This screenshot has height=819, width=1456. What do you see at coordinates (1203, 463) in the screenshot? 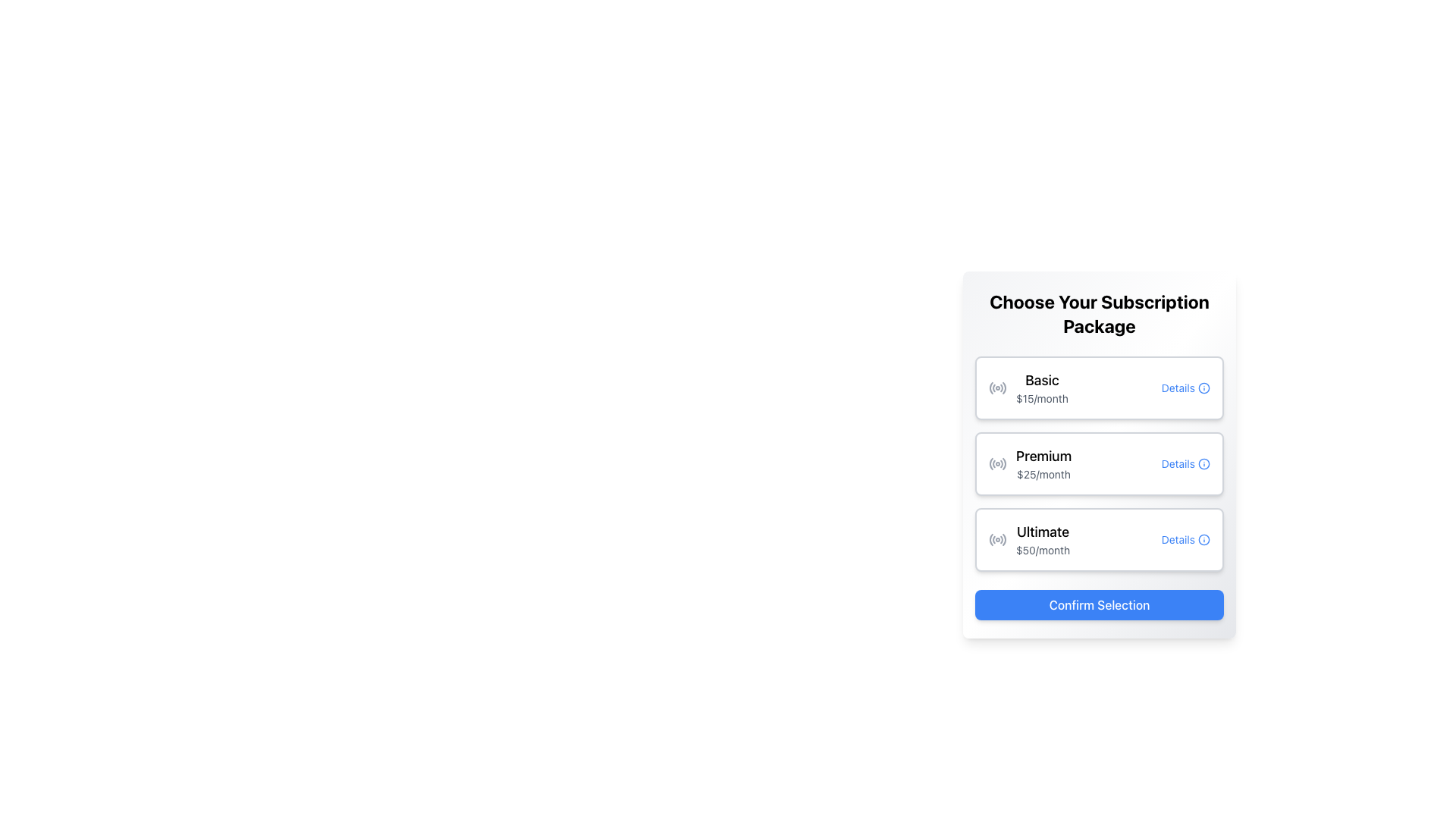
I see `the circular UI component with a visible border located within the SVG graphics, adjacent to the 'Premium' subscription option` at bounding box center [1203, 463].